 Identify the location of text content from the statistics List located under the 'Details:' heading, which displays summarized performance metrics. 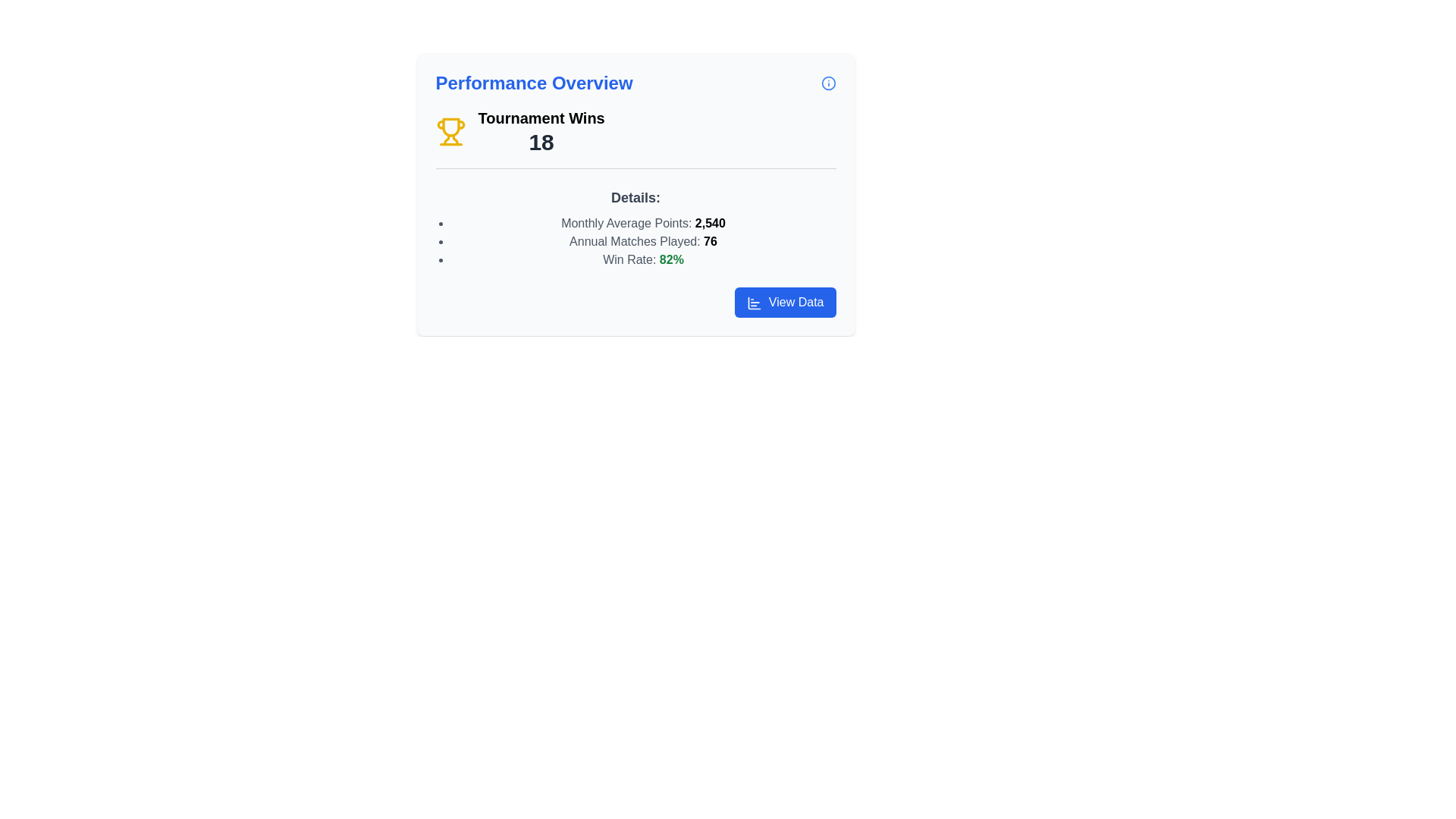
(635, 241).